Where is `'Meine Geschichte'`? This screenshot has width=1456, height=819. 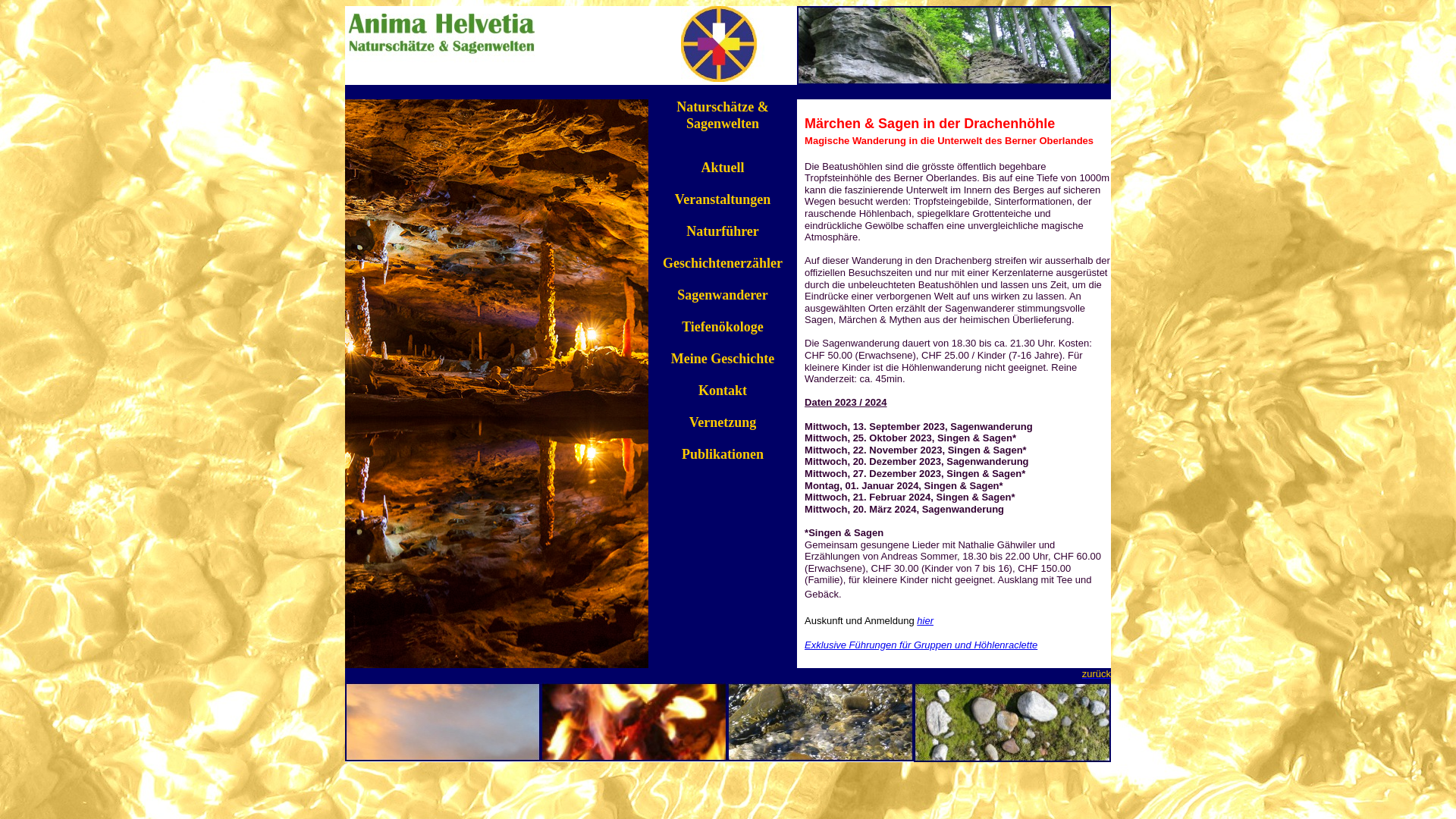
'Meine Geschichte' is located at coordinates (670, 359).